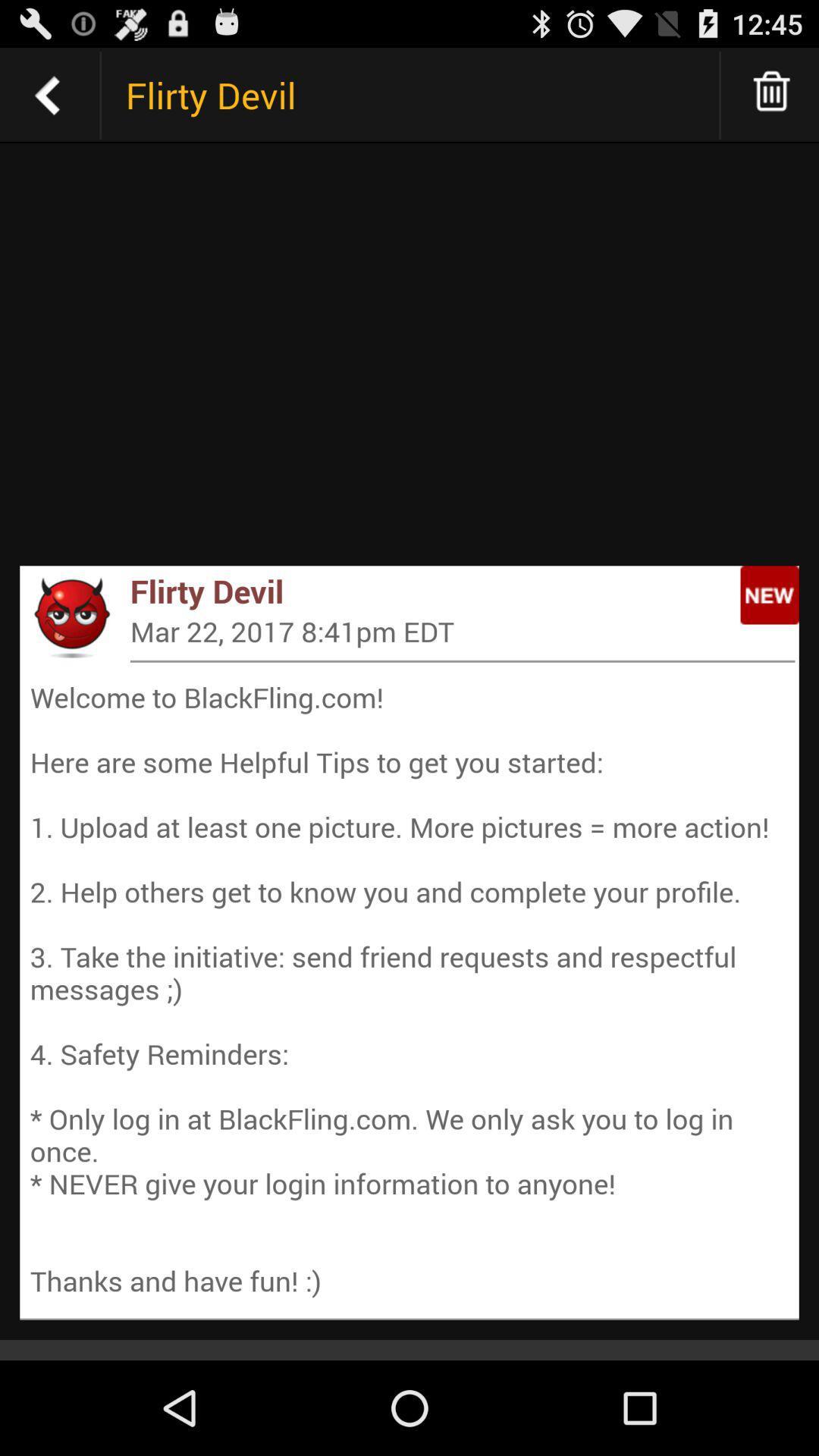 The height and width of the screenshot is (1456, 819). Describe the element at coordinates (462, 661) in the screenshot. I see `the icon above welcome to blackfling app` at that location.